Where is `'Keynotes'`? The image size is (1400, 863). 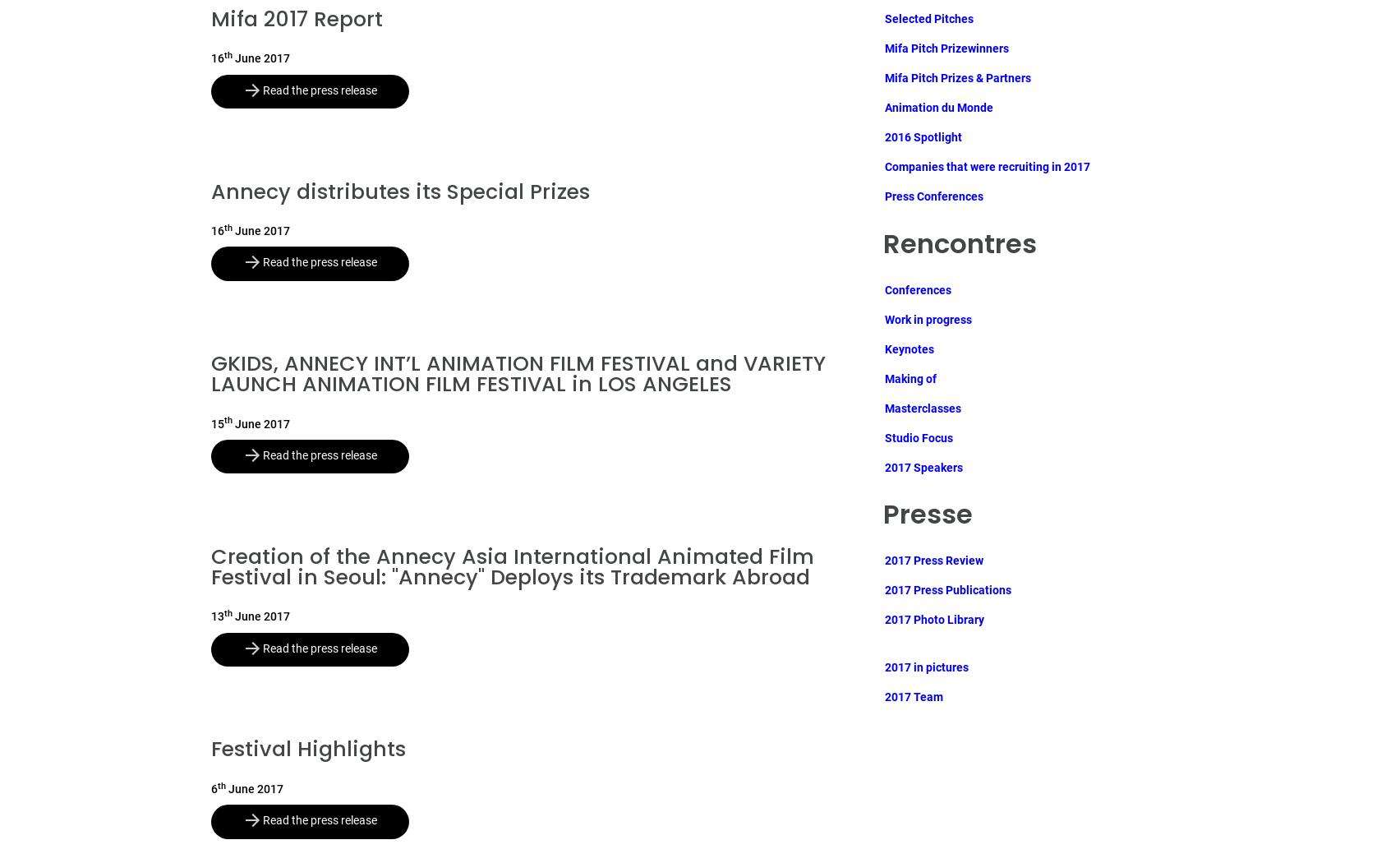 'Keynotes' is located at coordinates (908, 347).